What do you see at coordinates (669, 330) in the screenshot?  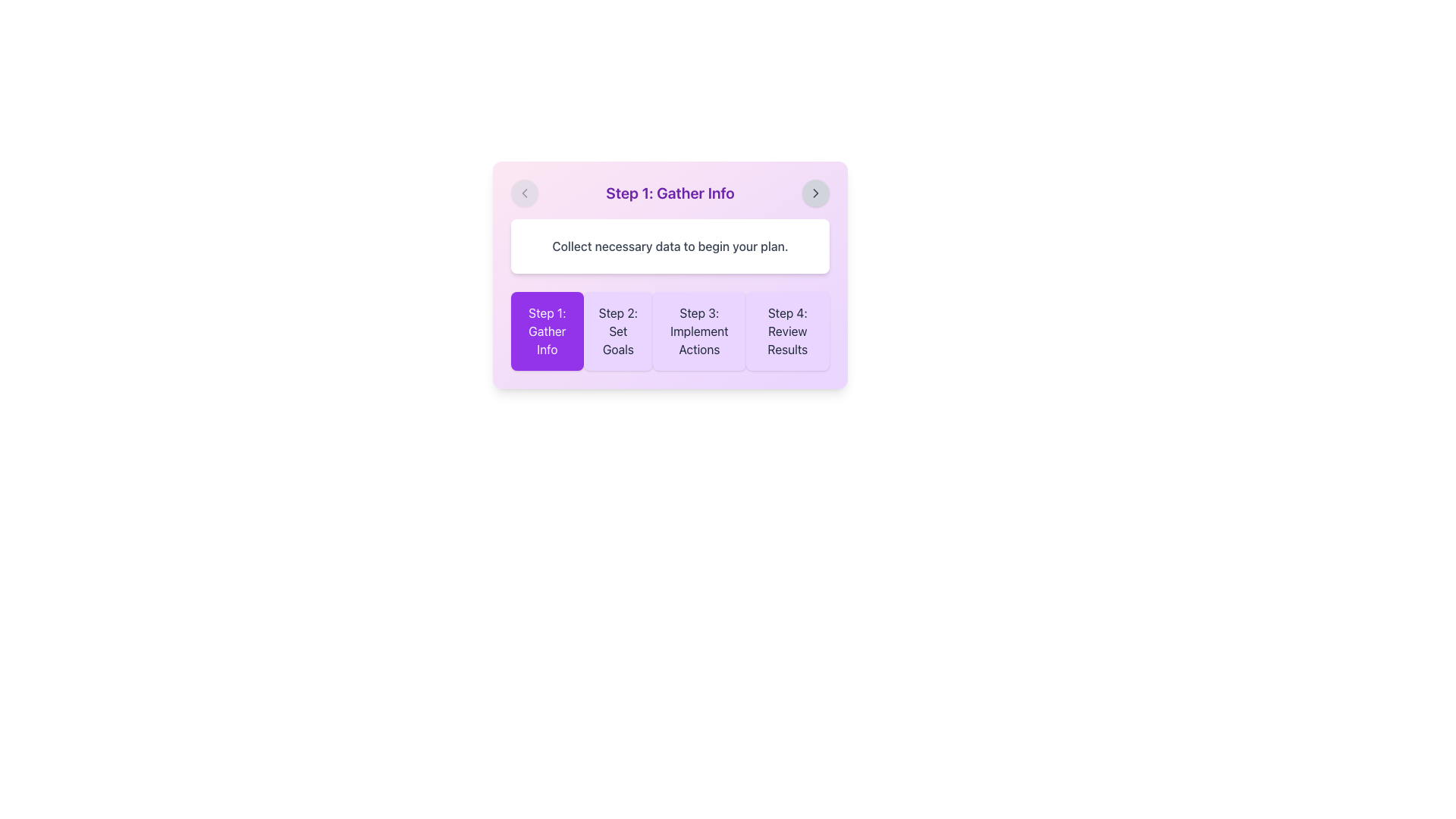 I see `the 'Step 3: Implement Actions' button, which is the third button in a horizontal sequence within a purple-bordered area below a white text section` at bounding box center [669, 330].